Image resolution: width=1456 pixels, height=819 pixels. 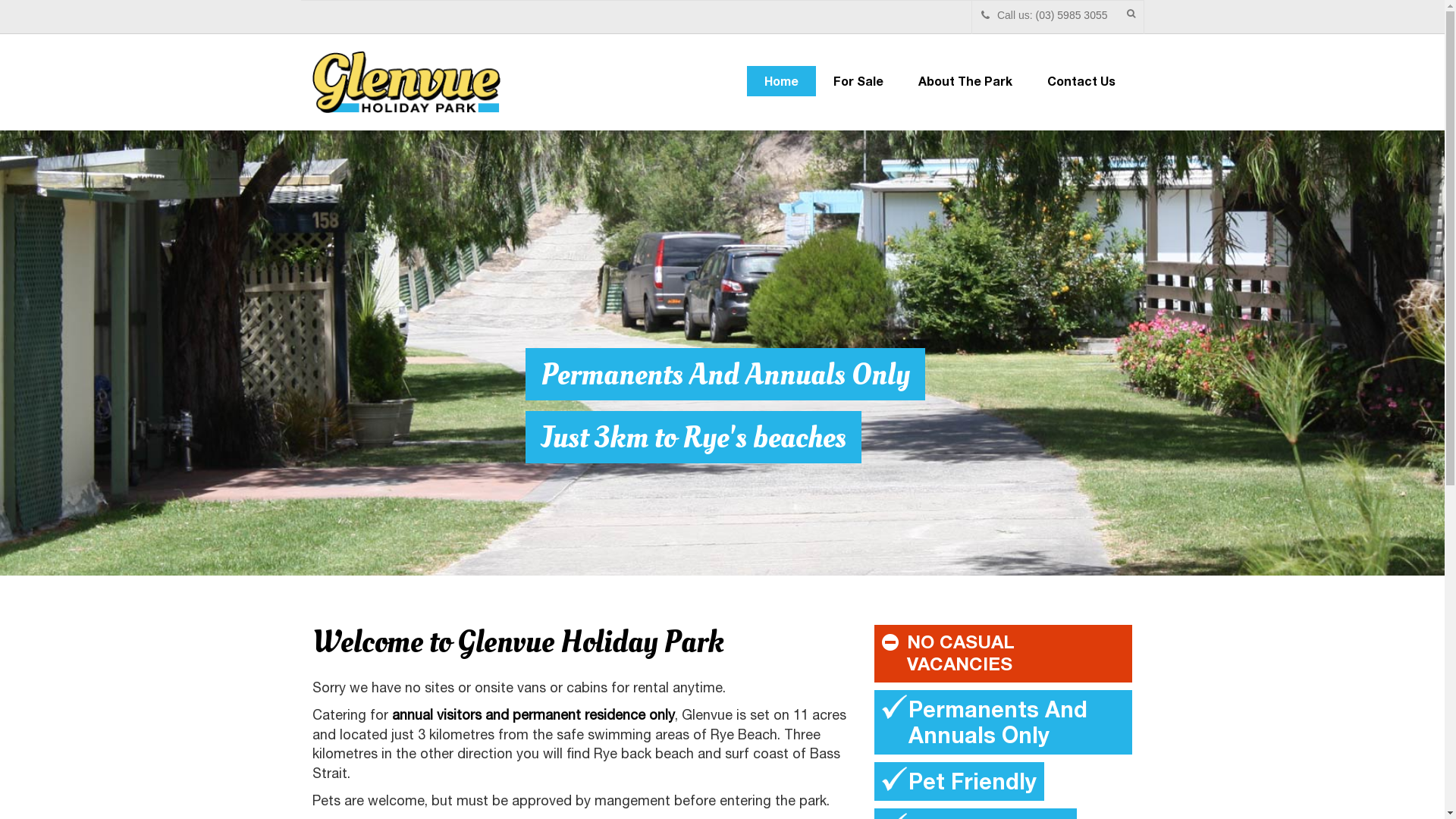 I want to click on 'Contact Us', so click(x=1080, y=81).